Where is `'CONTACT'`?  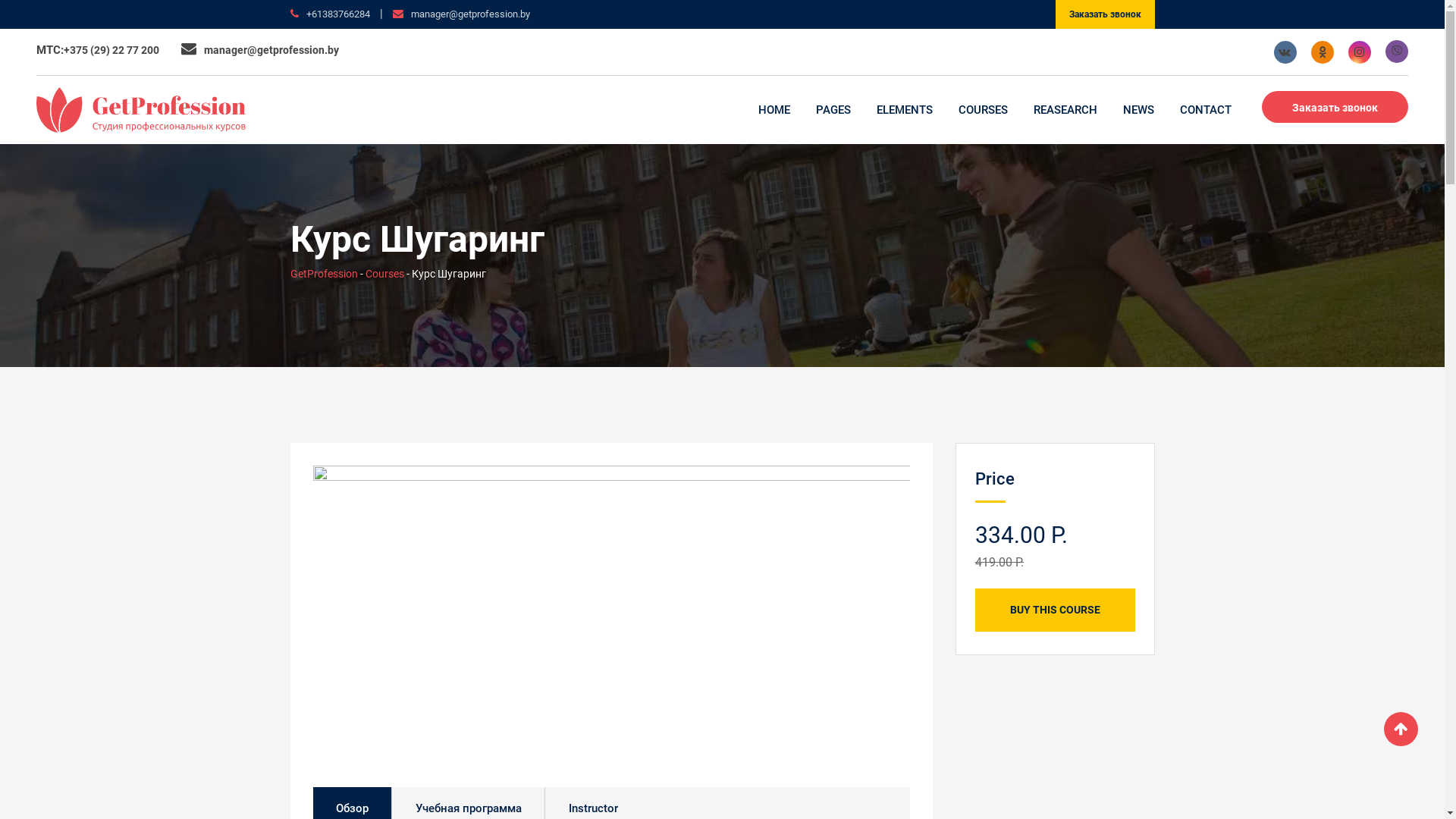 'CONTACT' is located at coordinates (1204, 109).